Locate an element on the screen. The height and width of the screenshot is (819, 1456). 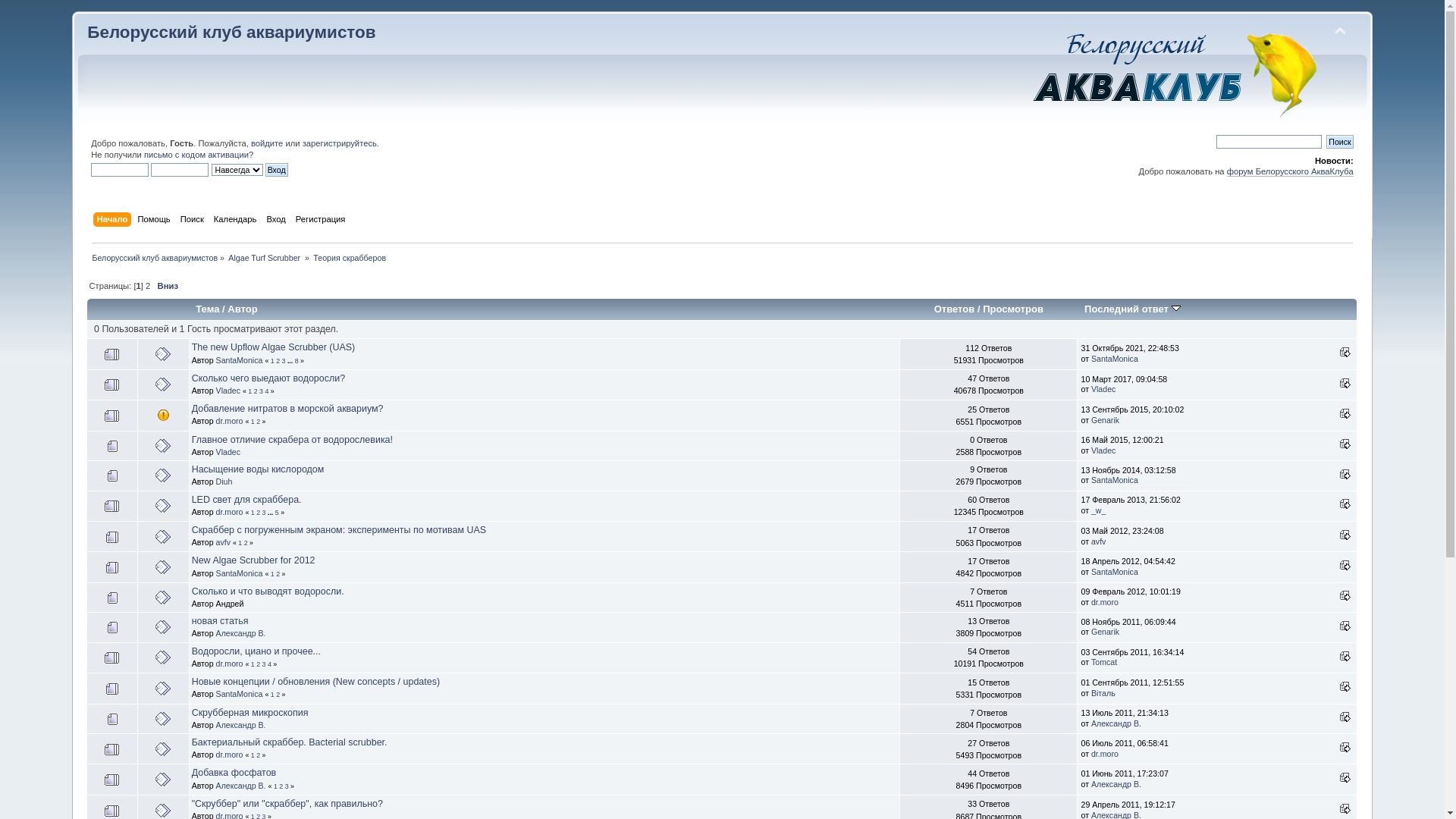
'dr.moro' is located at coordinates (228, 663).